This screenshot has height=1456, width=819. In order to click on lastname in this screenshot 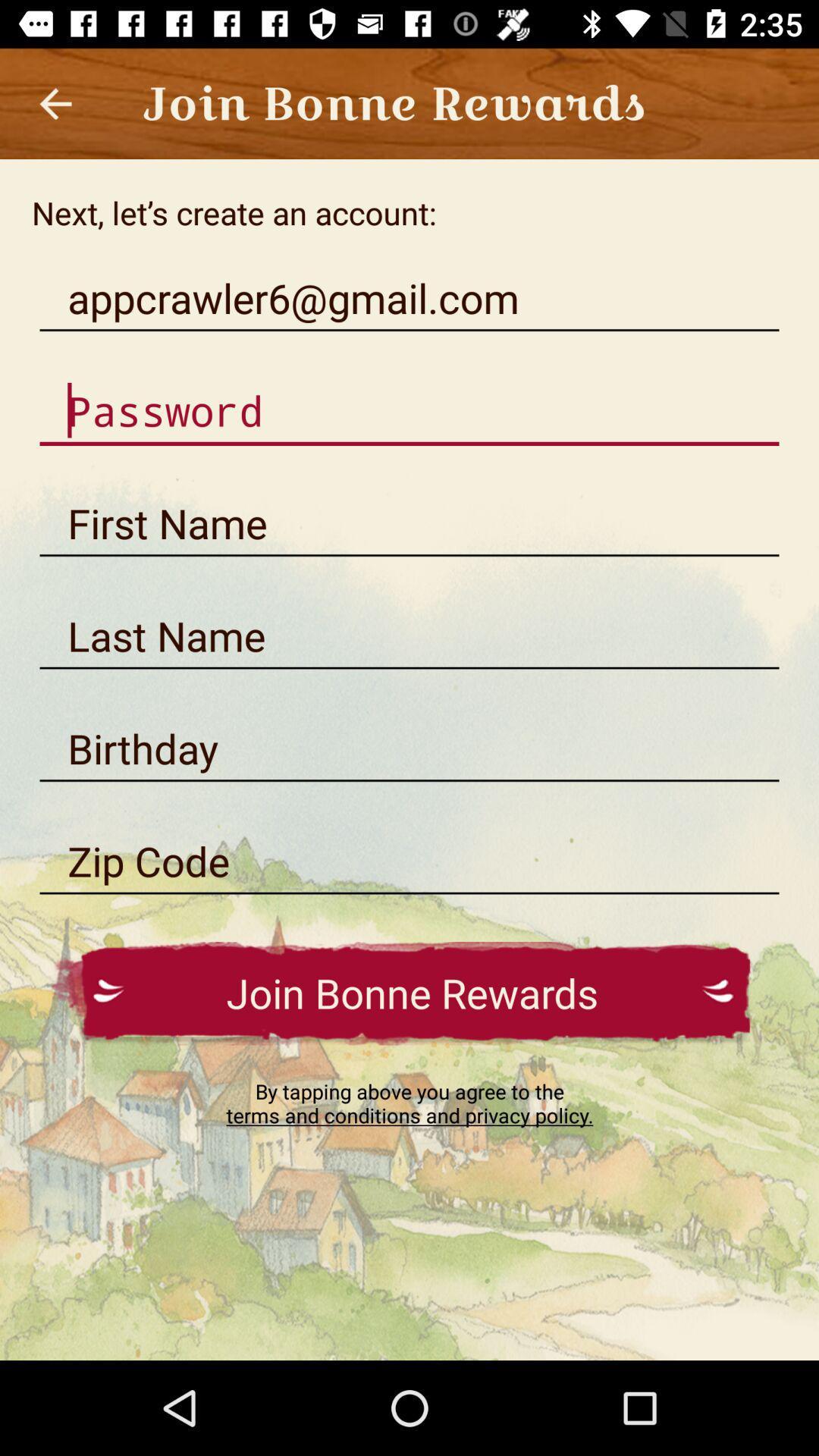, I will do `click(409, 636)`.